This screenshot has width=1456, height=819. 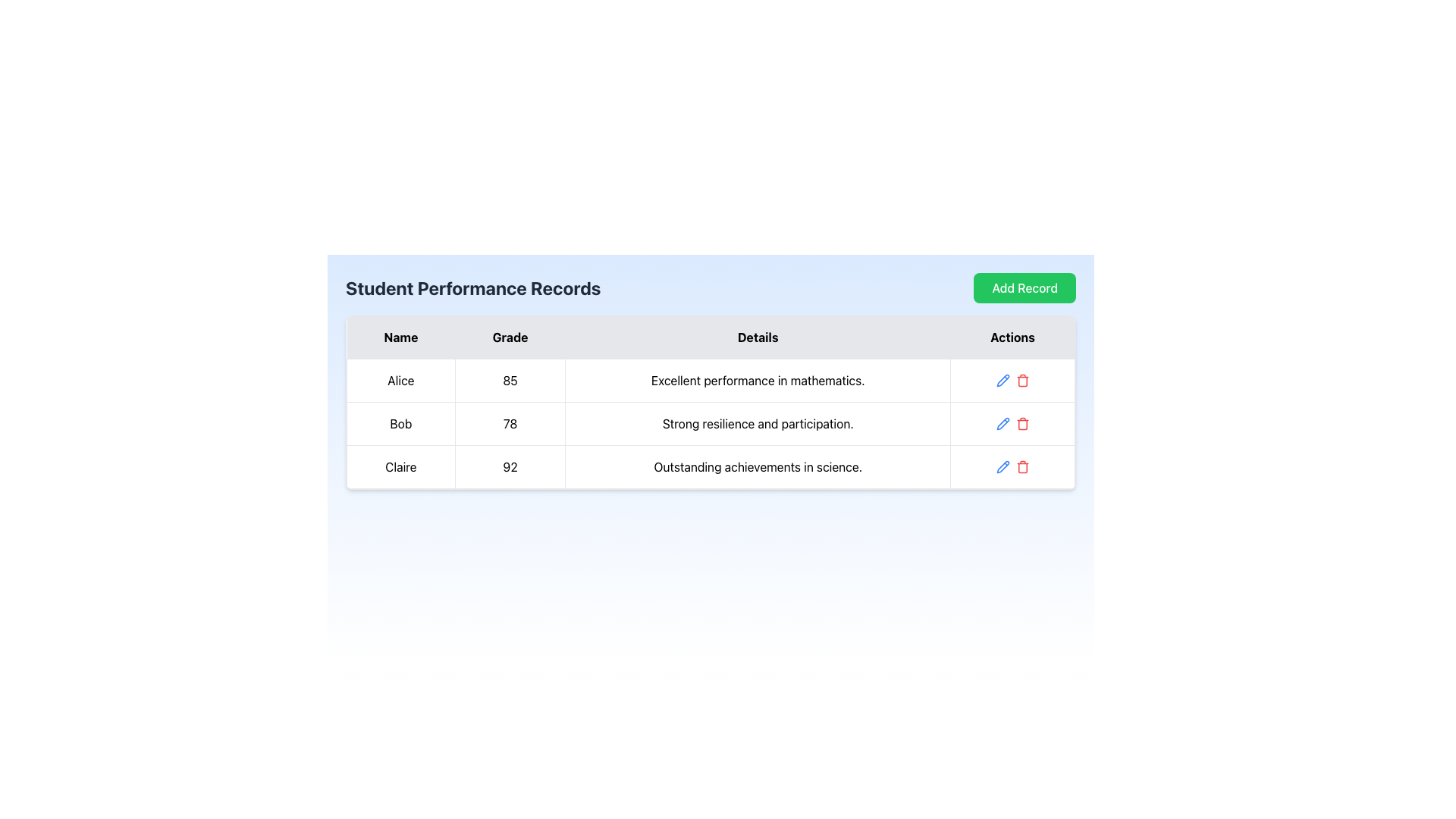 I want to click on the delete button in the second row, last column of the table under the 'Actions' header, so click(x=1022, y=424).